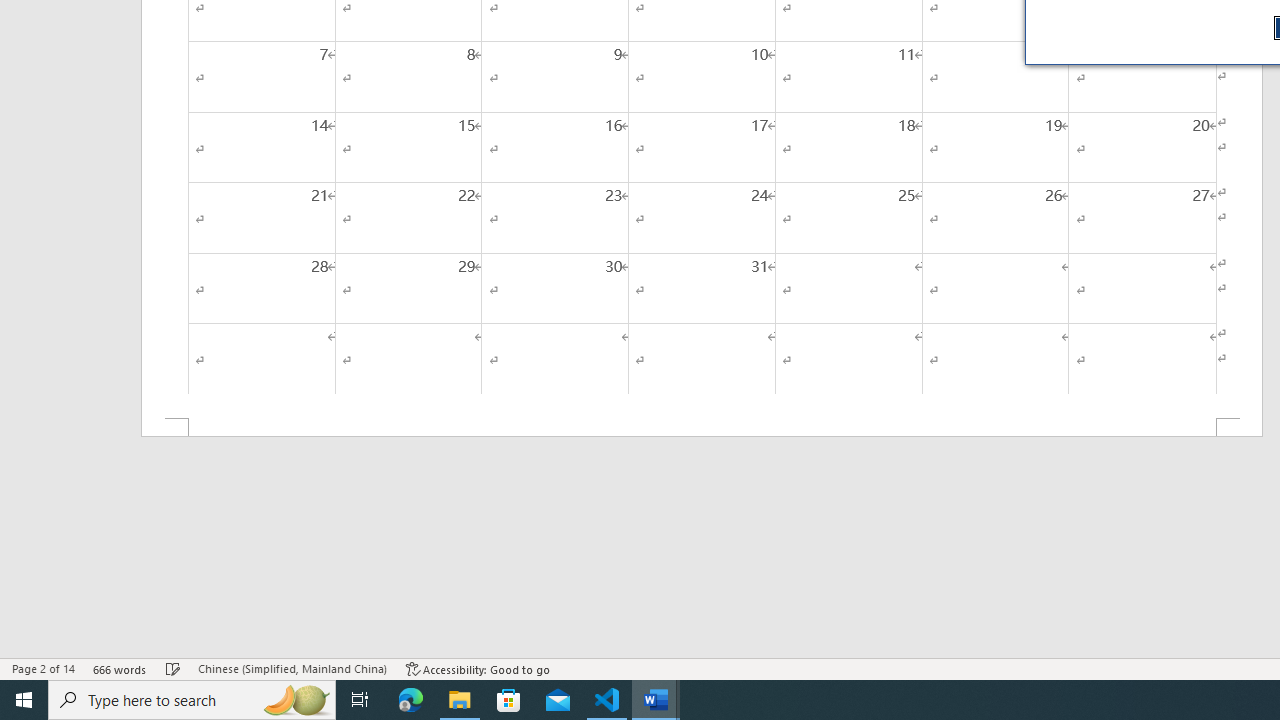 The image size is (1280, 720). I want to click on 'Task View', so click(359, 698).